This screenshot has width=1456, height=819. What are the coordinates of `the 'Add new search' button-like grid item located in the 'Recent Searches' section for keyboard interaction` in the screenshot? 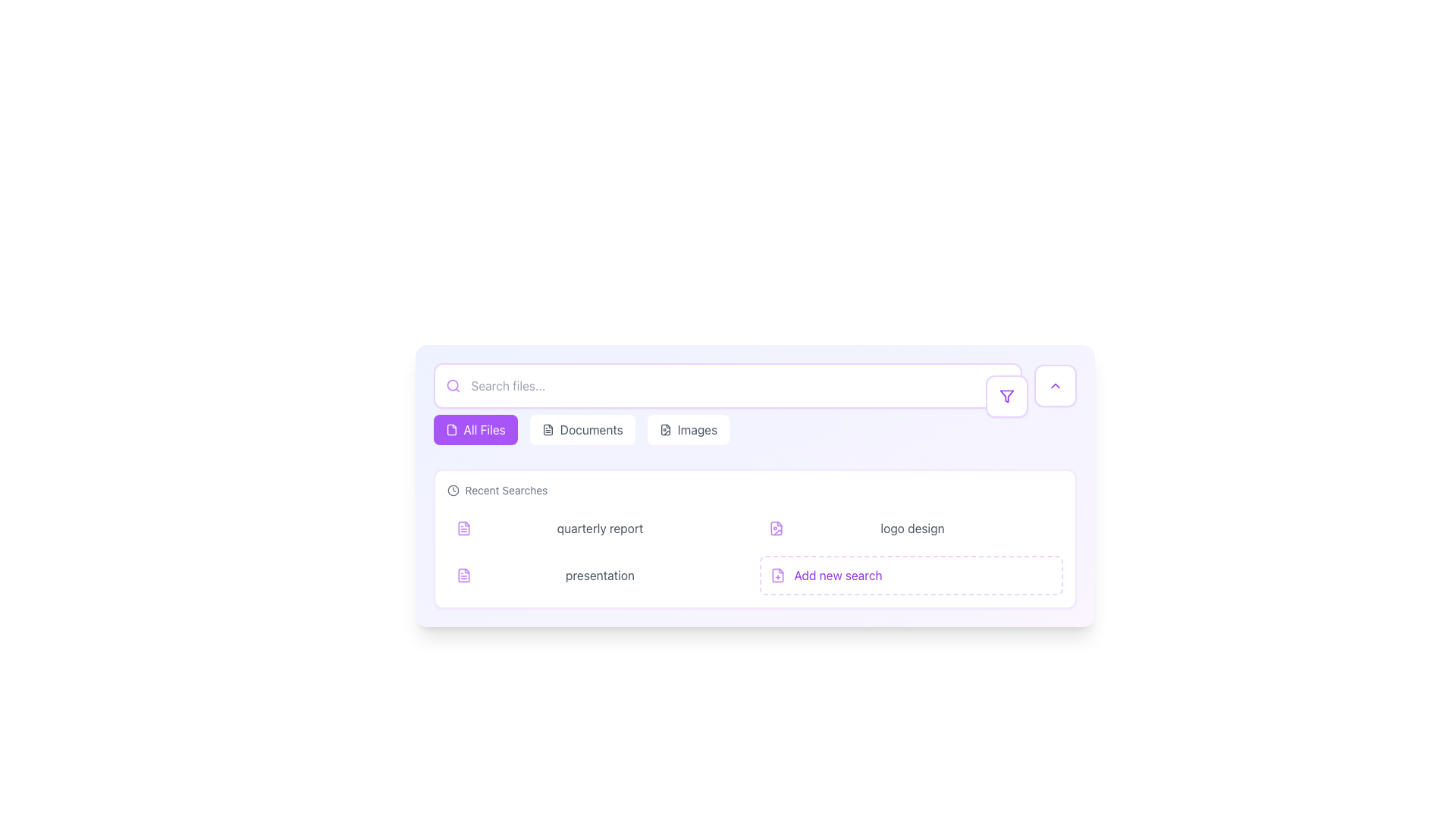 It's located at (755, 553).